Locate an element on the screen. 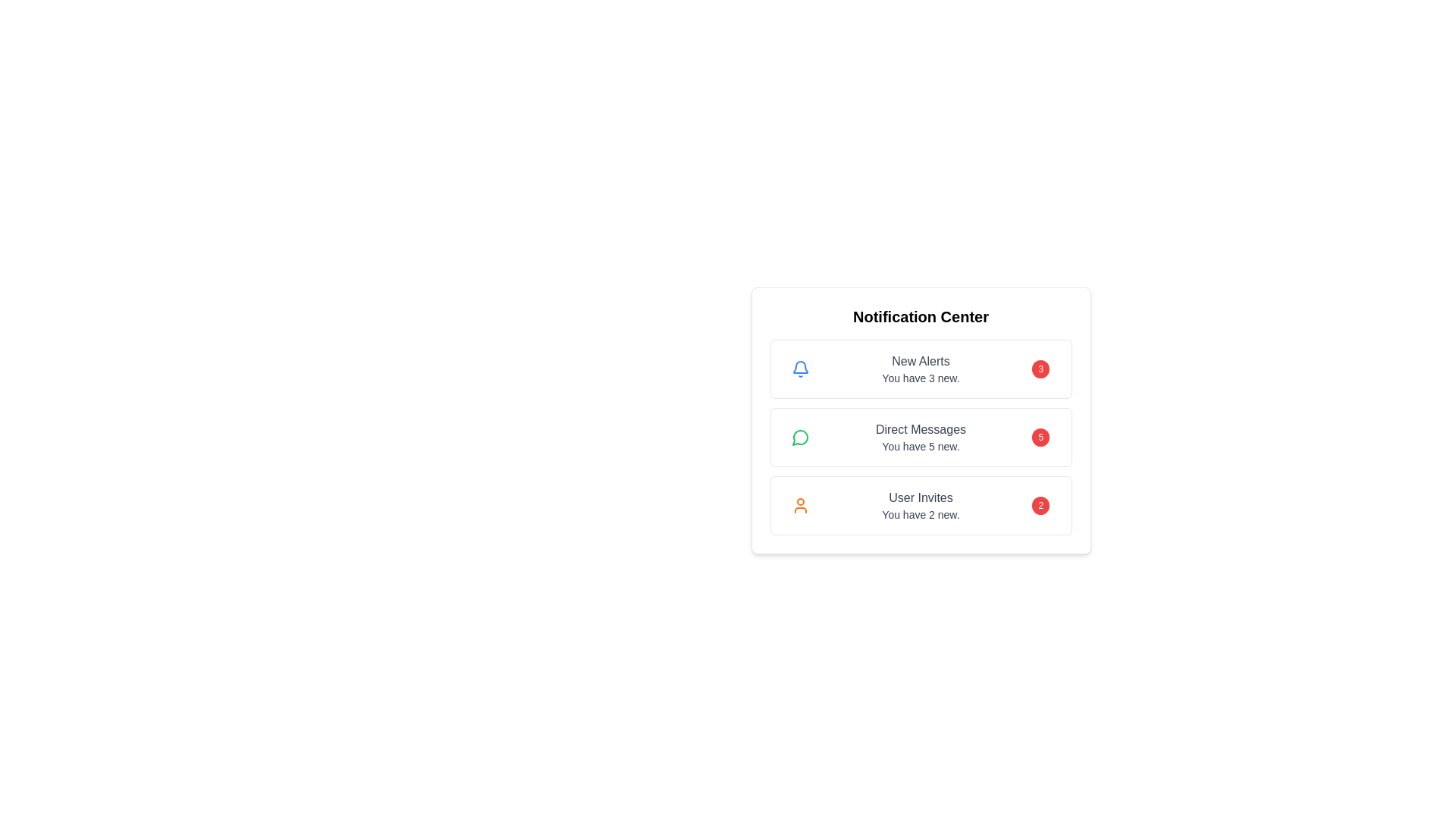  the text display that shows the number of new alerts received, located in the first notification card under the 'Notification Center' section, directly beneath the 'New Alerts' heading is located at coordinates (920, 377).